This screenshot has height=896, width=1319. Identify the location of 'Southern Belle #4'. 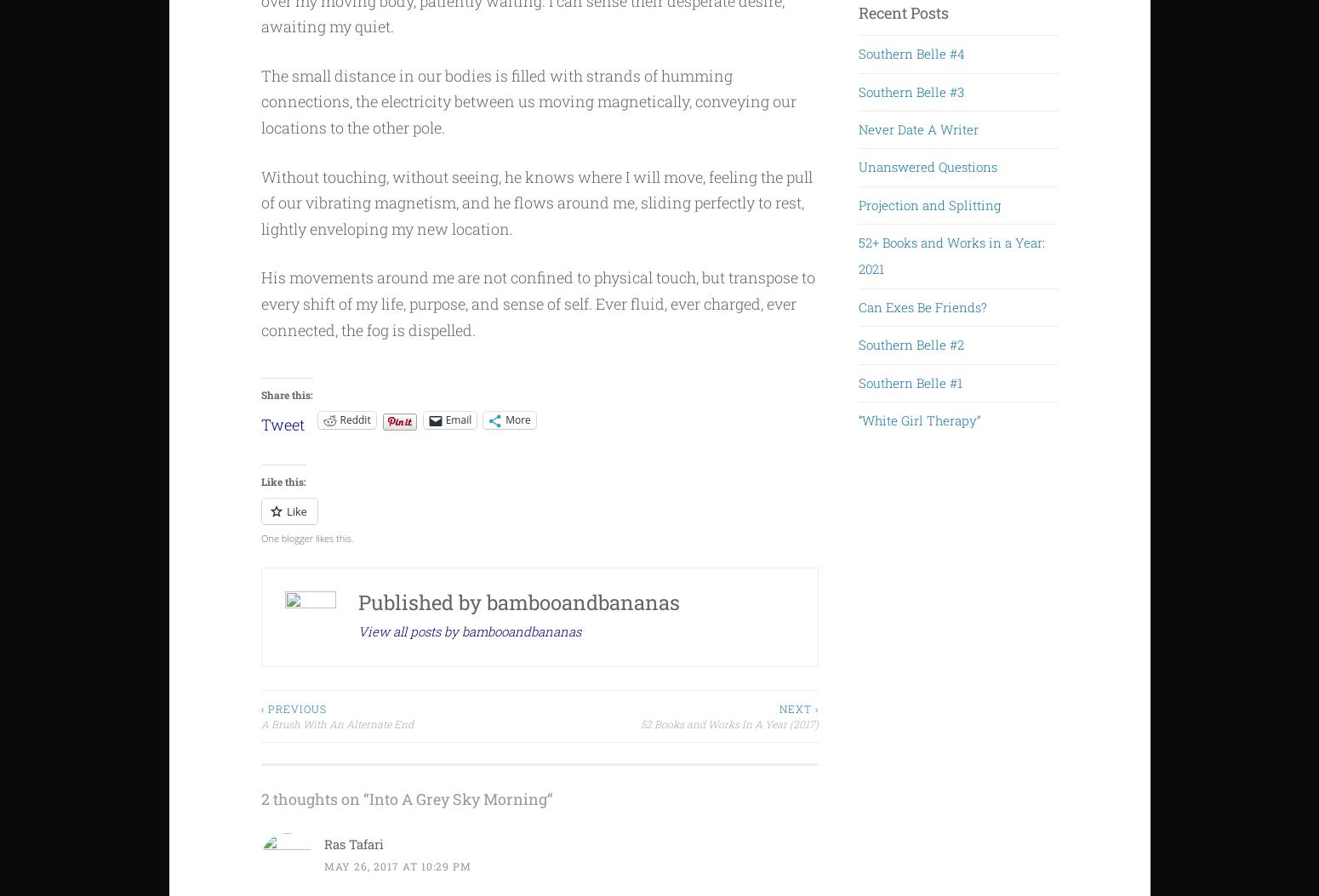
(911, 52).